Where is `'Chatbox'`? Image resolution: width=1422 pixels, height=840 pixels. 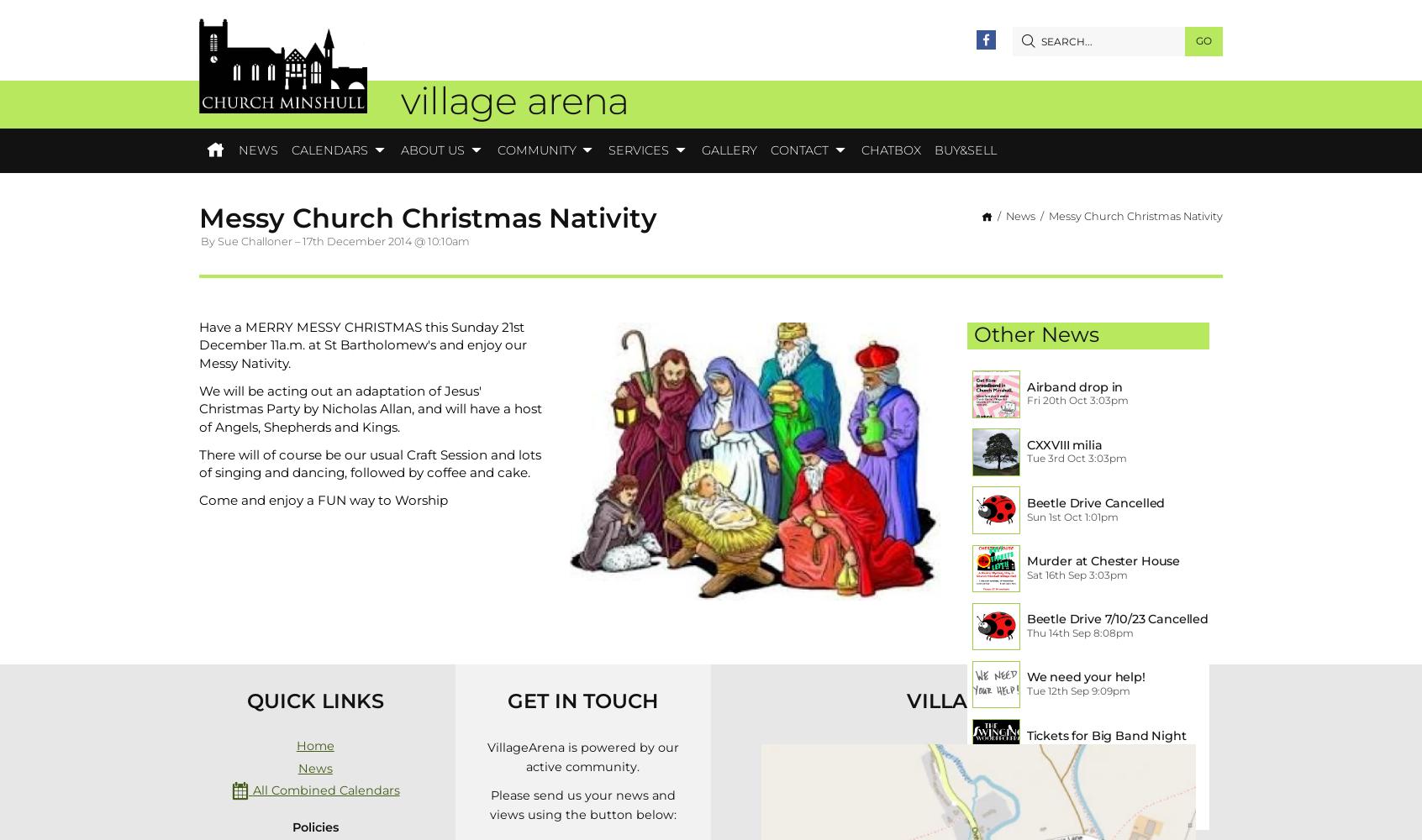 'Chatbox' is located at coordinates (890, 150).